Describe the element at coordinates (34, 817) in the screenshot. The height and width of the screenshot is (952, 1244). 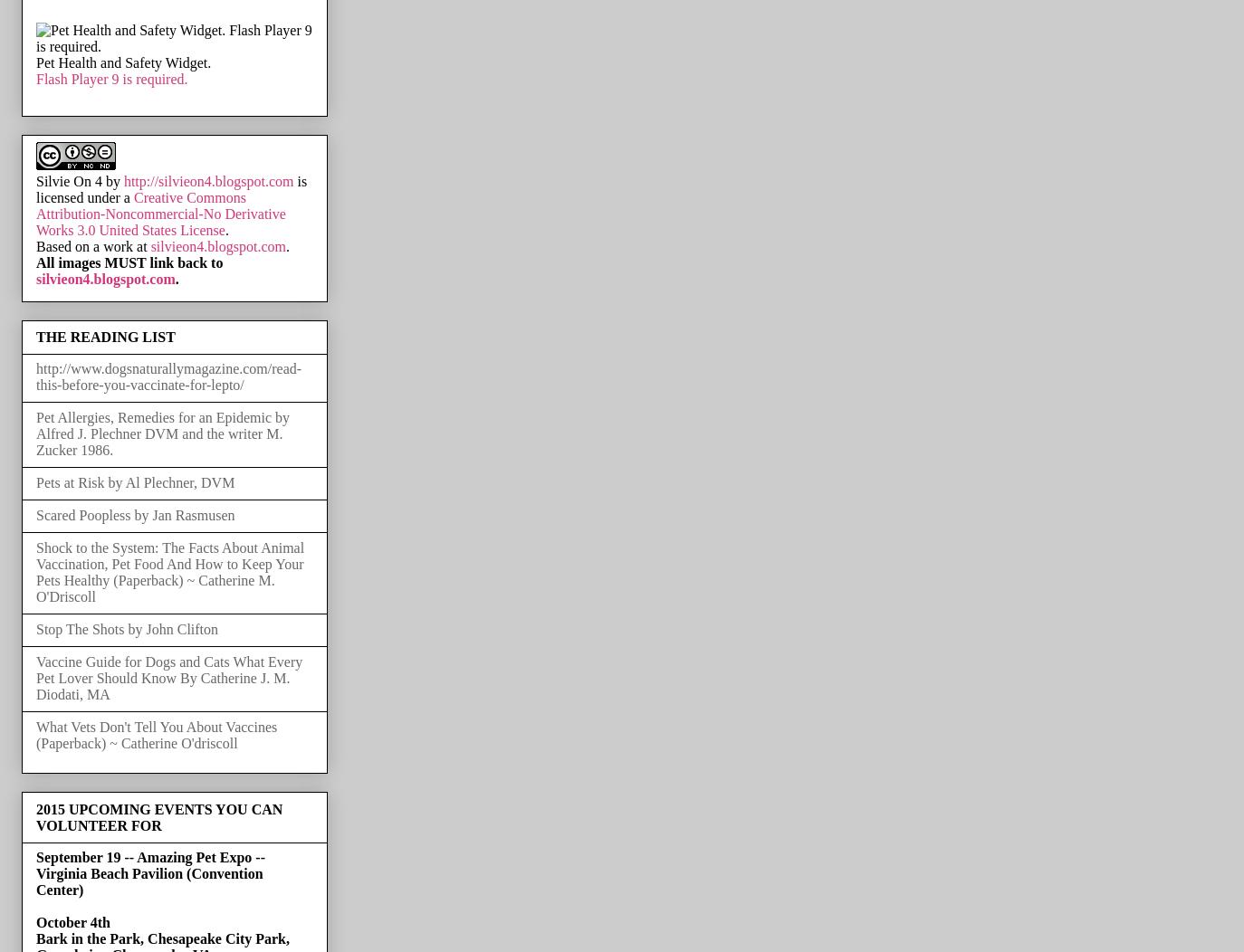
I see `'2015 UPCOMING EVENTS YOU CAN VOLUNTEER FOR'` at that location.